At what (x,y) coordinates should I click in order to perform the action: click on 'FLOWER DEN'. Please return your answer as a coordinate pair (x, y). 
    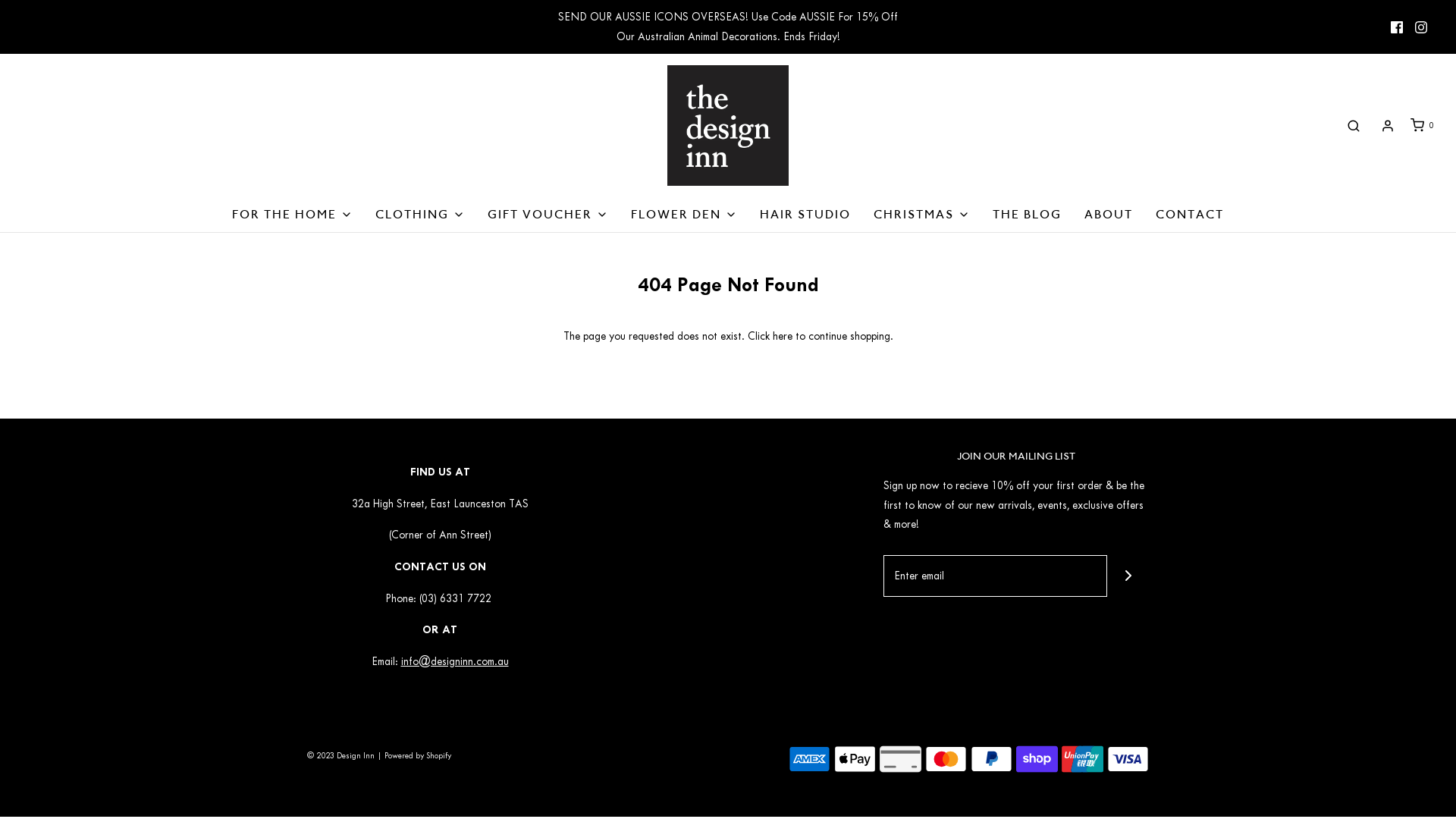
    Looking at the image, I should click on (630, 214).